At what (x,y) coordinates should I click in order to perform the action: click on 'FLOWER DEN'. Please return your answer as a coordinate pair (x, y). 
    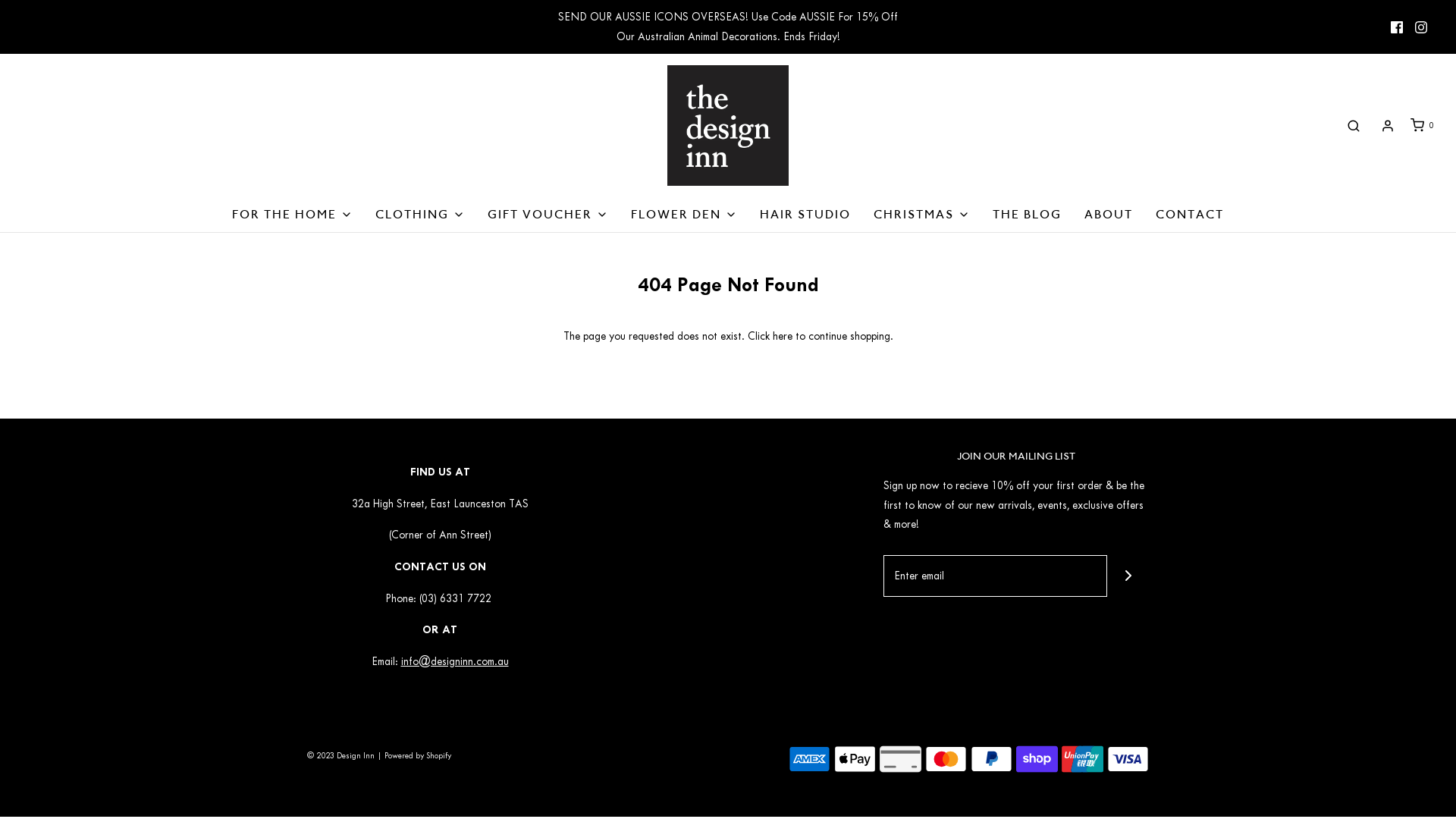
    Looking at the image, I should click on (630, 214).